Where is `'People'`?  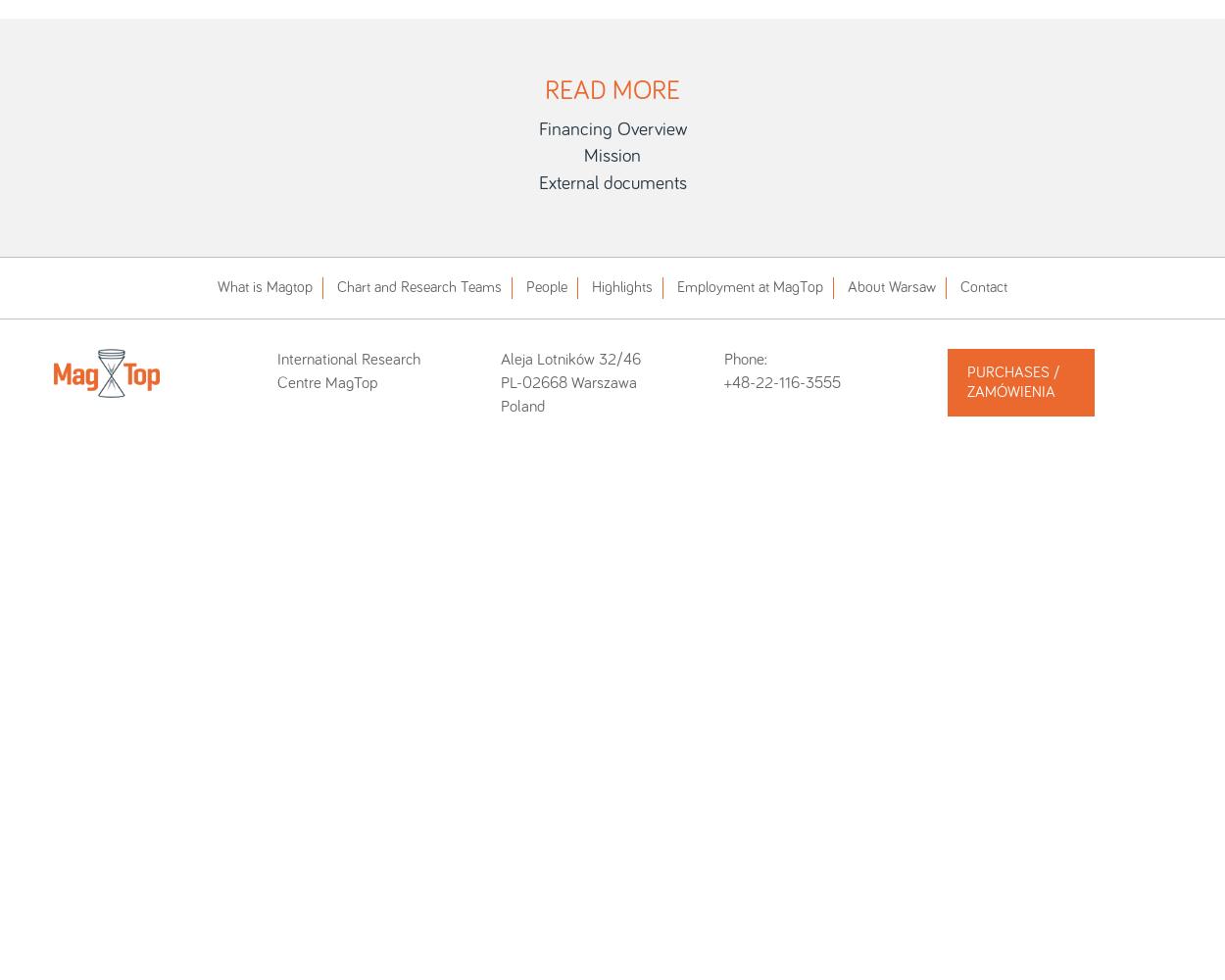
'People' is located at coordinates (547, 286).